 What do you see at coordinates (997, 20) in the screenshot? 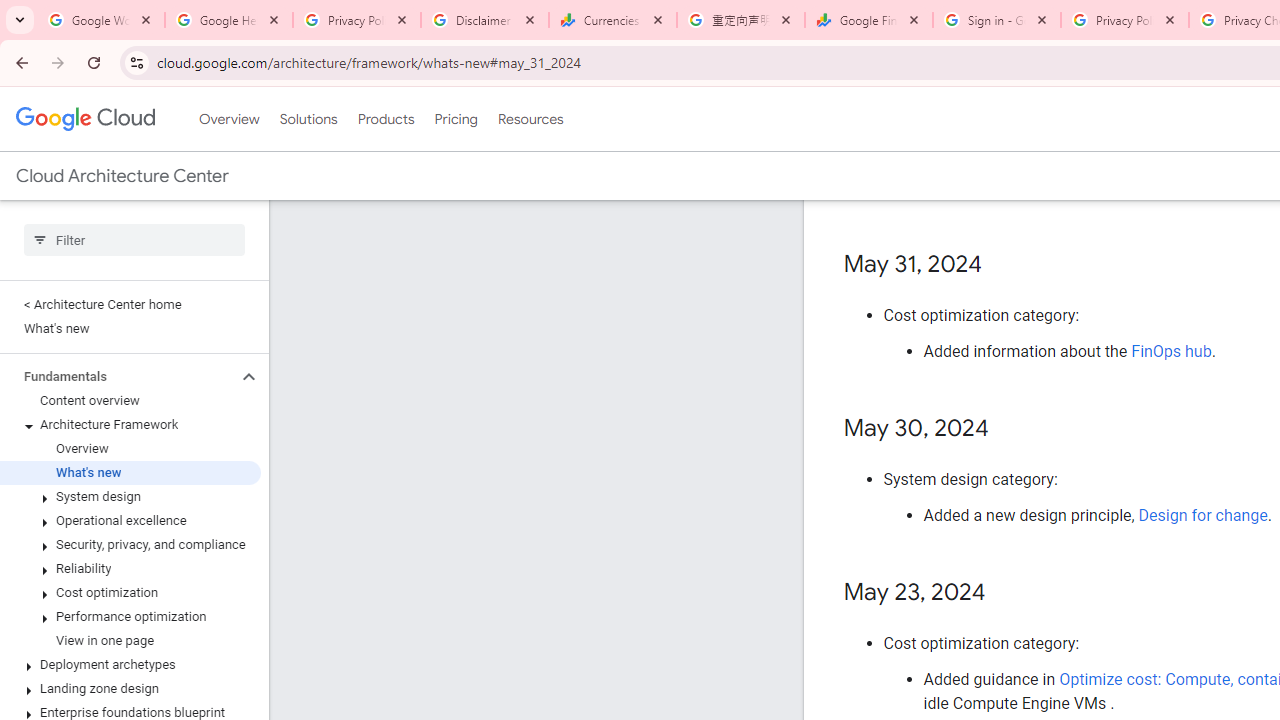
I see `'Sign in - Google Accounts'` at bounding box center [997, 20].